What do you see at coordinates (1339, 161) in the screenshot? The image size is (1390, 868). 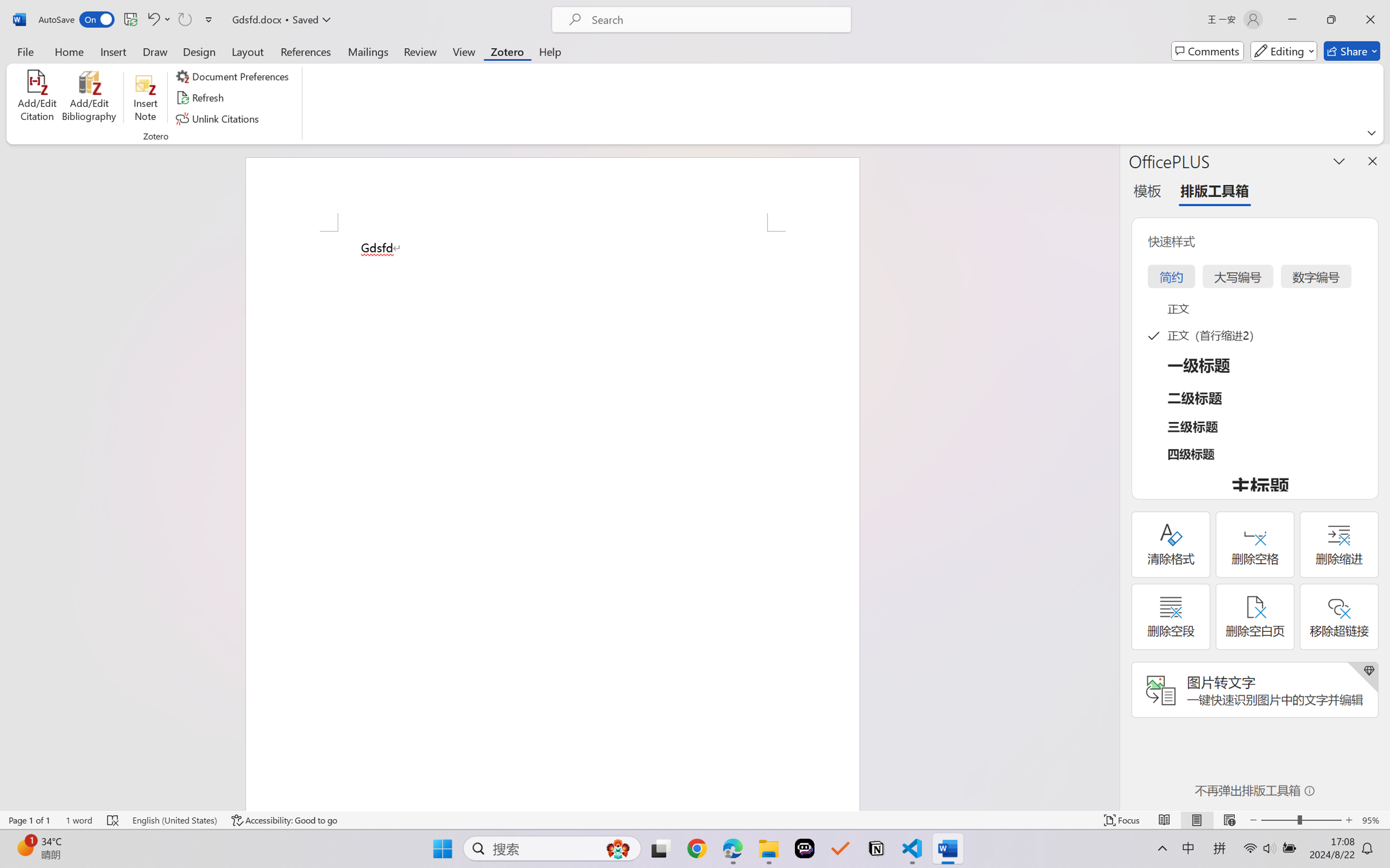 I see `'Task Pane Options'` at bounding box center [1339, 161].